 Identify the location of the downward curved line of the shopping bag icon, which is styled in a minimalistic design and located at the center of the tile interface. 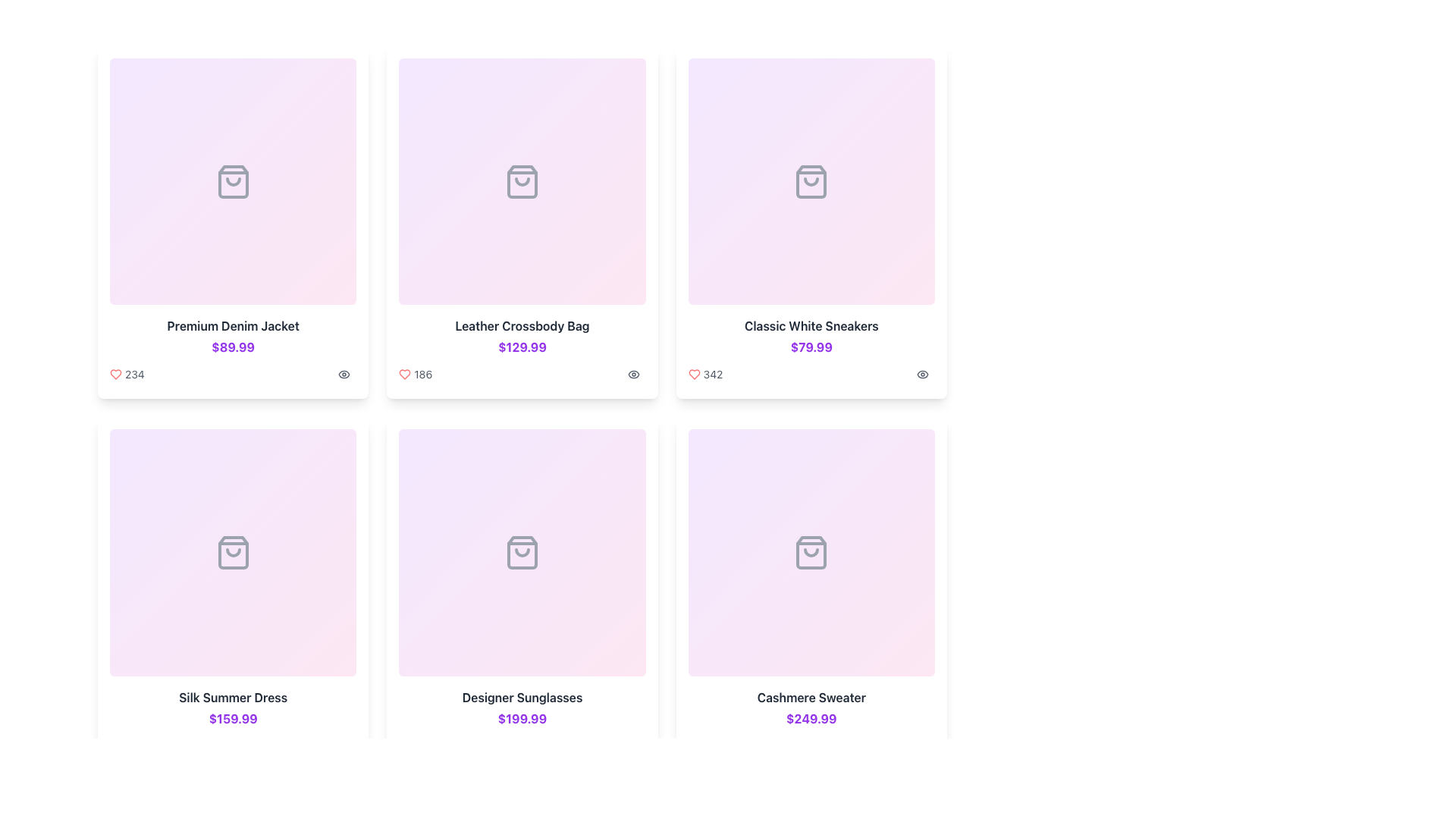
(232, 553).